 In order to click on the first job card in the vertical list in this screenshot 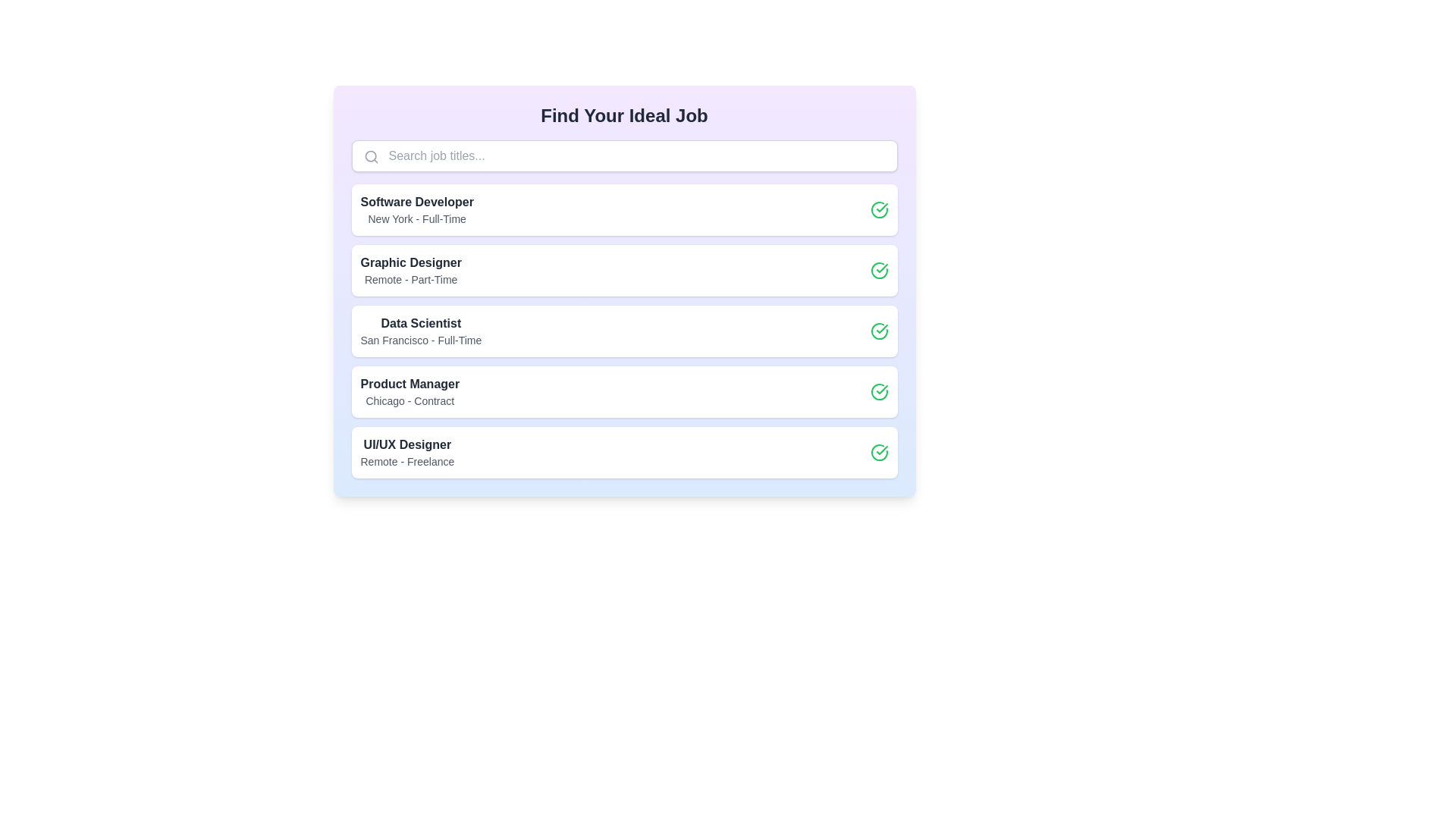, I will do `click(624, 210)`.